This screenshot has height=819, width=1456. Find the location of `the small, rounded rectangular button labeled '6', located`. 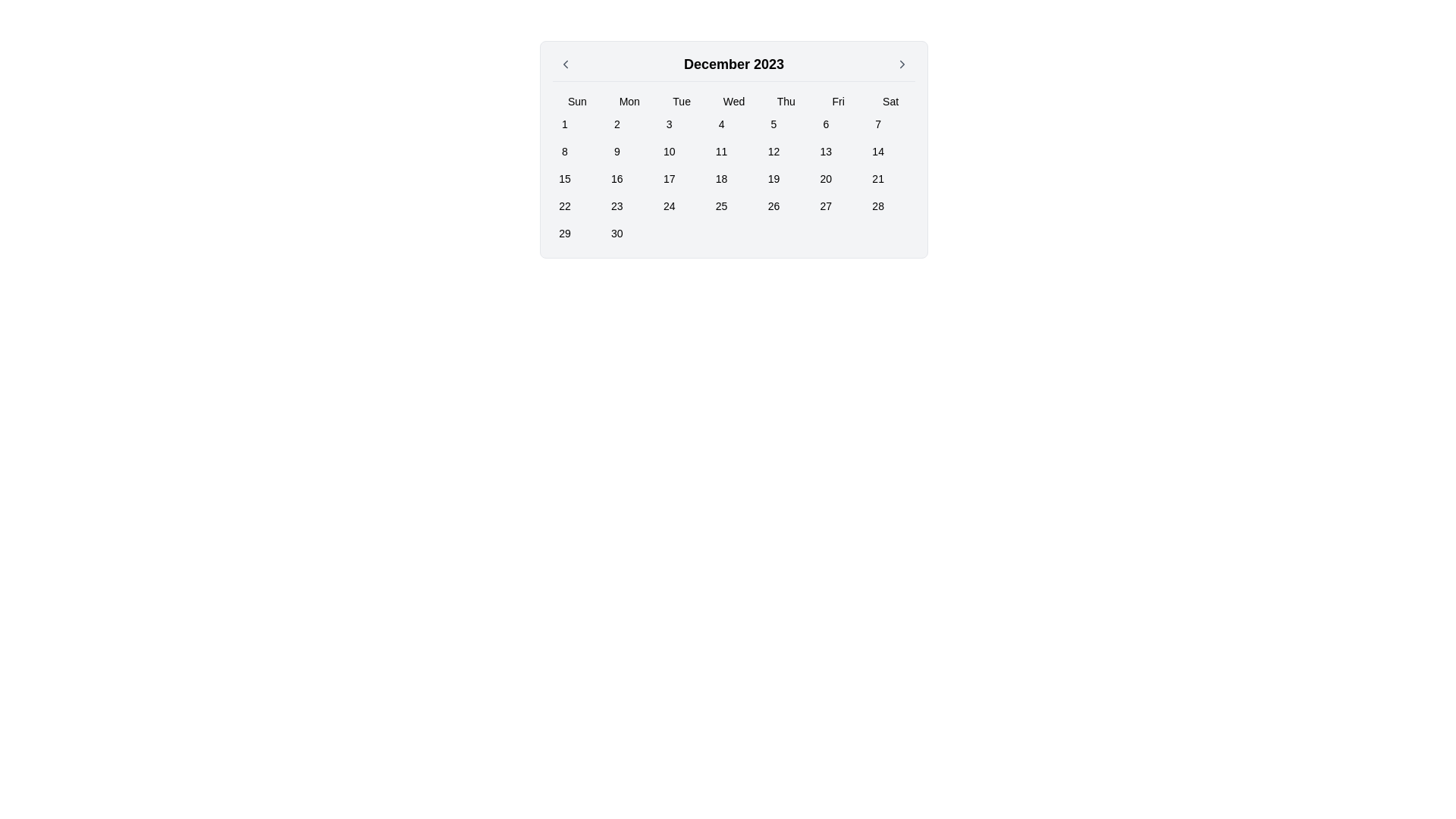

the small, rounded rectangular button labeled '6', located is located at coordinates (825, 124).